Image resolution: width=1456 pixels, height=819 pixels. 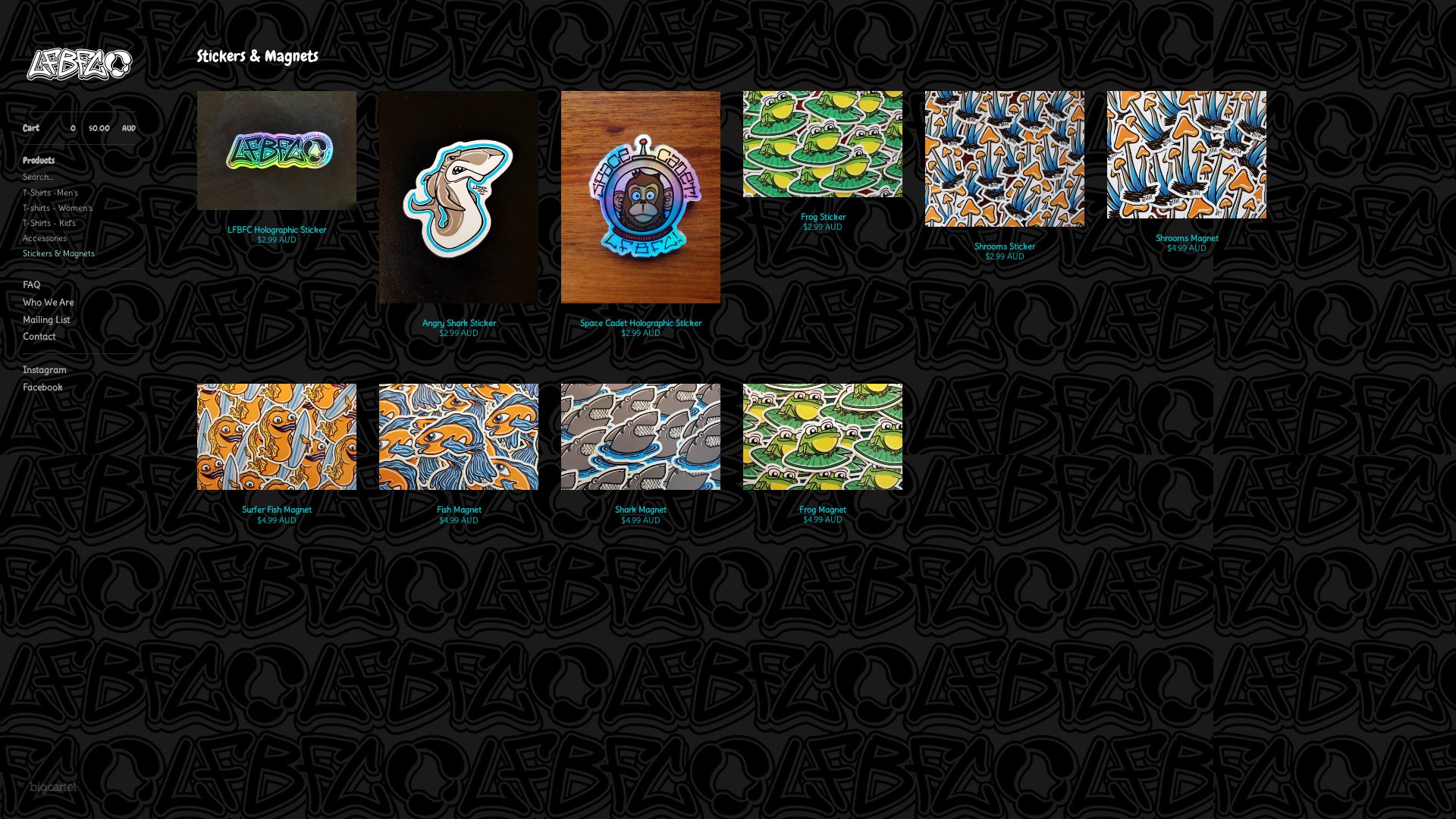 I want to click on 'Mailing List', so click(x=22, y=319).